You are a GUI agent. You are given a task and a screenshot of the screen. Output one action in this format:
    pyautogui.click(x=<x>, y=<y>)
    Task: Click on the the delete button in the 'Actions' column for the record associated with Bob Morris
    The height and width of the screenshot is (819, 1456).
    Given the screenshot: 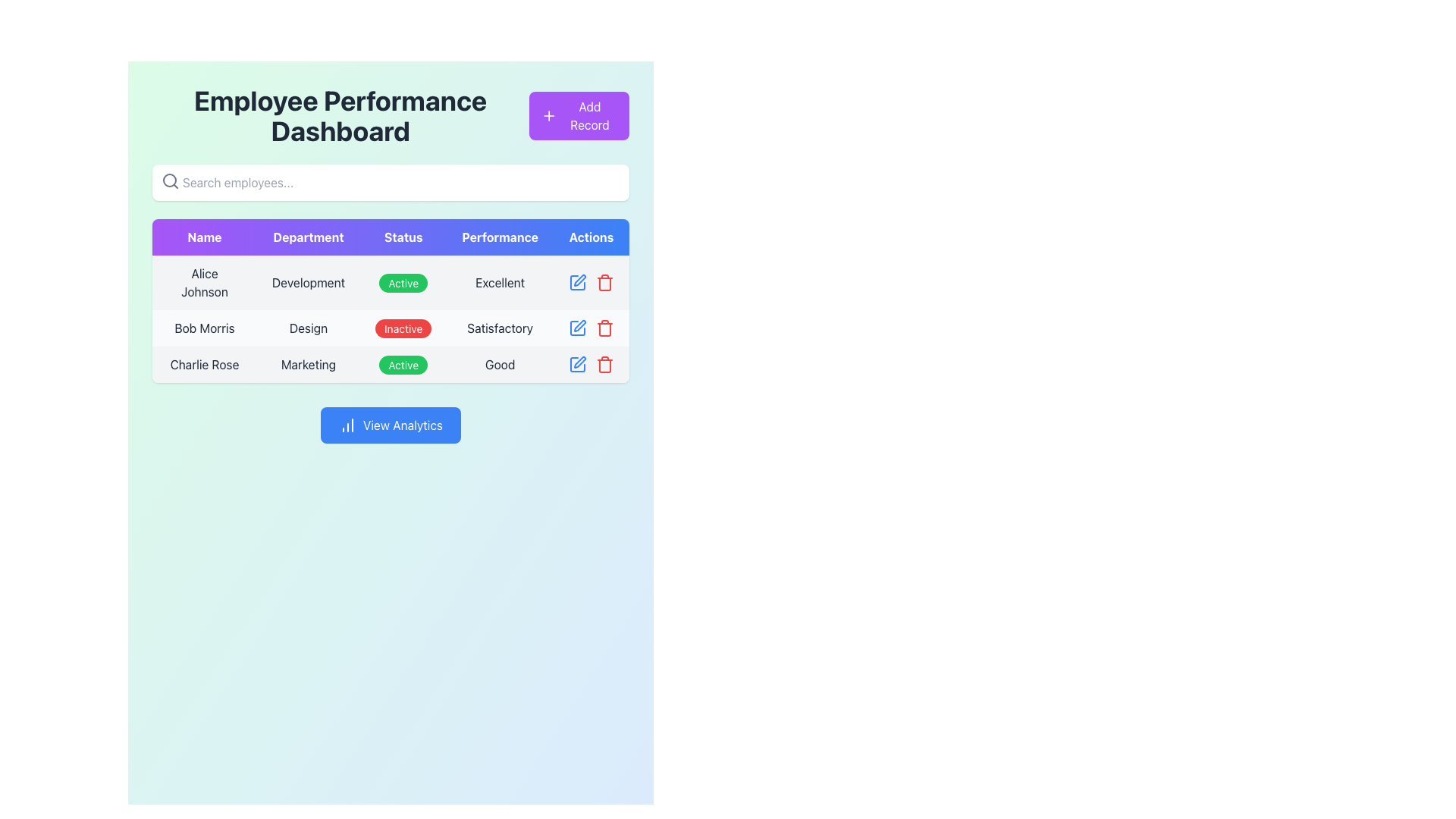 What is the action you would take?
    pyautogui.click(x=604, y=327)
    